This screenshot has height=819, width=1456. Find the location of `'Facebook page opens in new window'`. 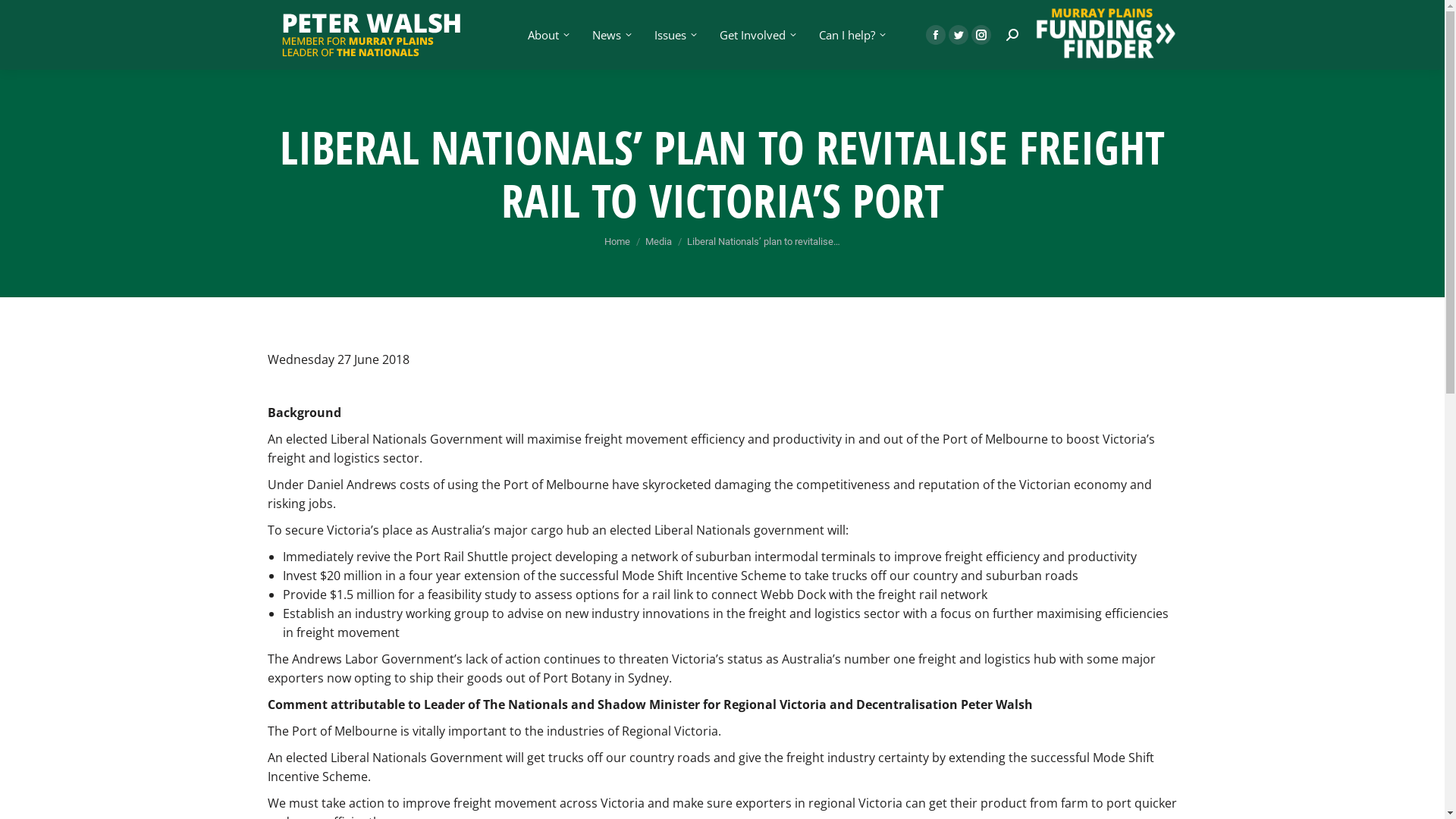

'Facebook page opens in new window' is located at coordinates (934, 34).